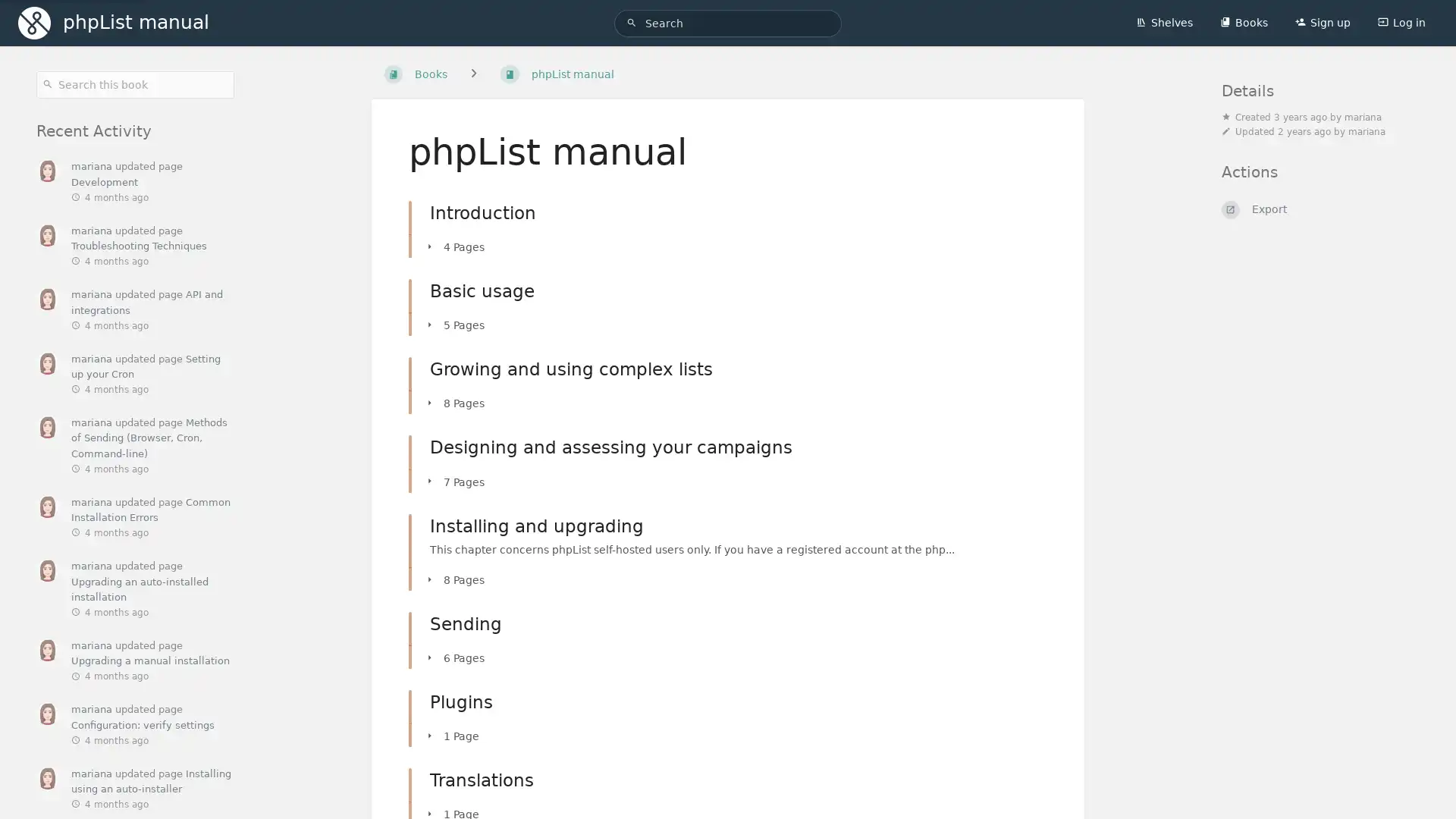 This screenshot has width=1456, height=819. Describe the element at coordinates (728, 245) in the screenshot. I see `4 Pages` at that location.